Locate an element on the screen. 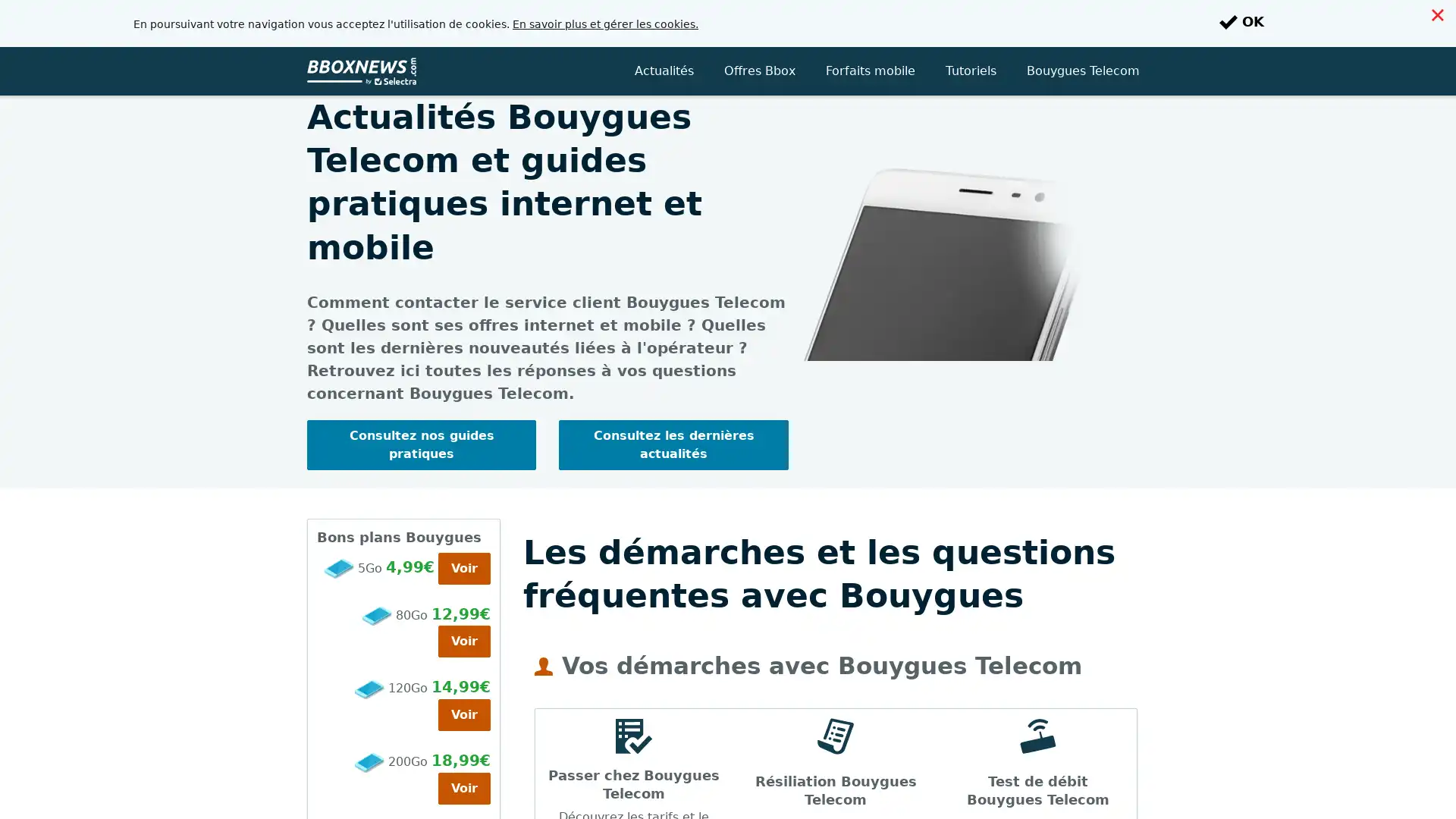 The width and height of the screenshot is (1456, 819). Consultez les dernieres actualites is located at coordinates (673, 397).